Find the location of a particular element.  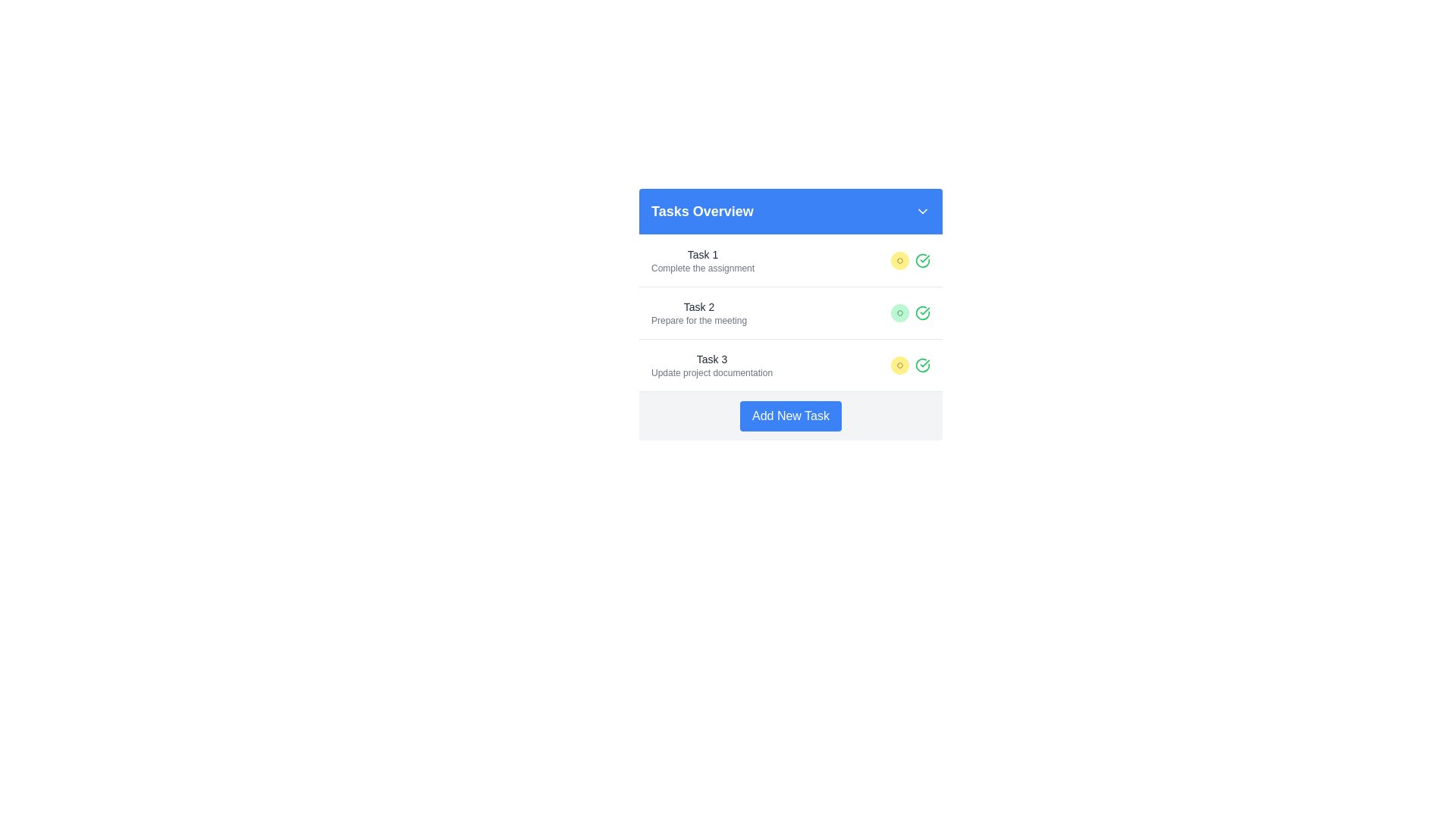

the text label 'Task 2' which serves as the title for the associated task is located at coordinates (698, 307).